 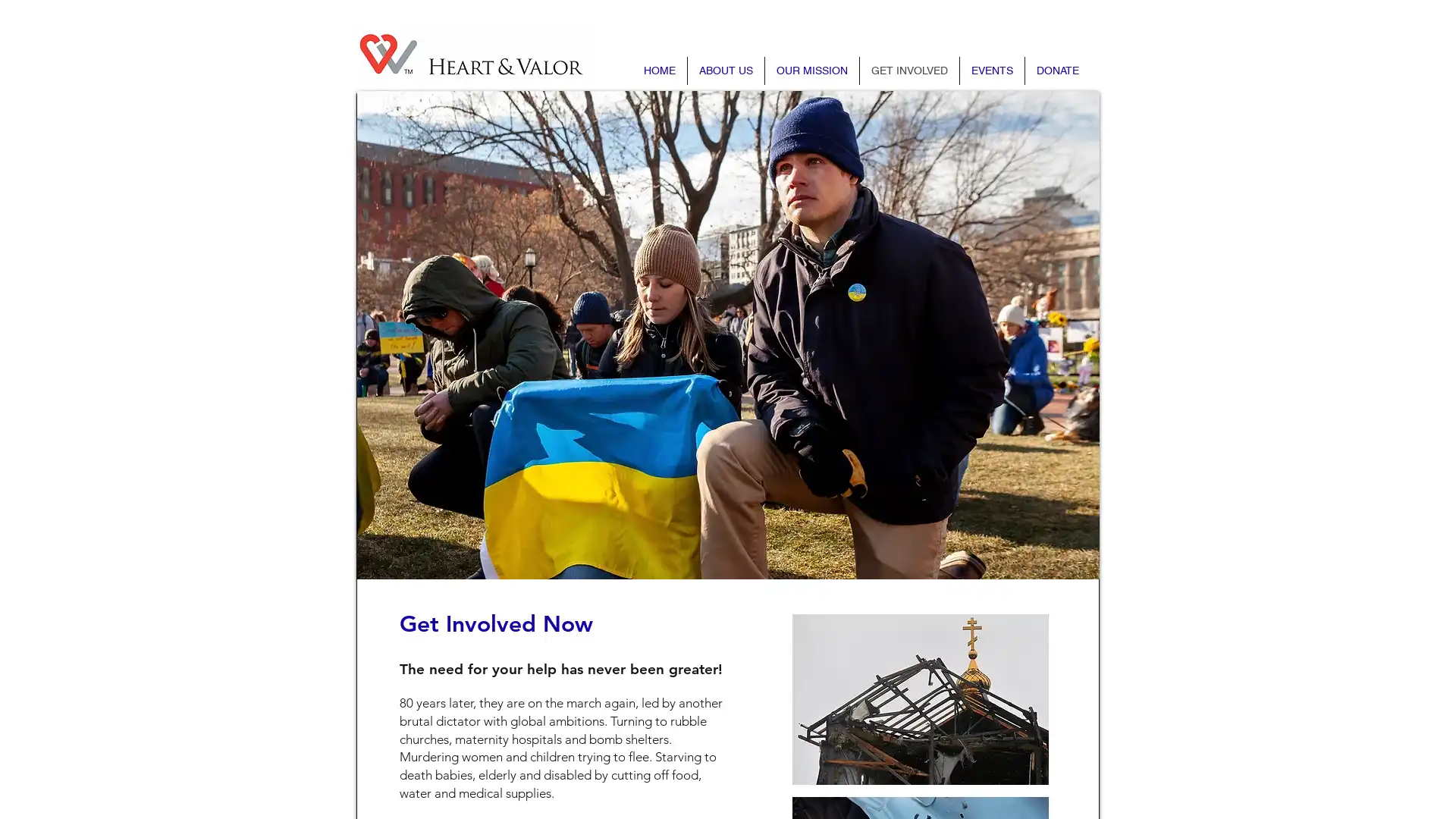 What do you see at coordinates (411, 334) in the screenshot?
I see `Previous` at bounding box center [411, 334].